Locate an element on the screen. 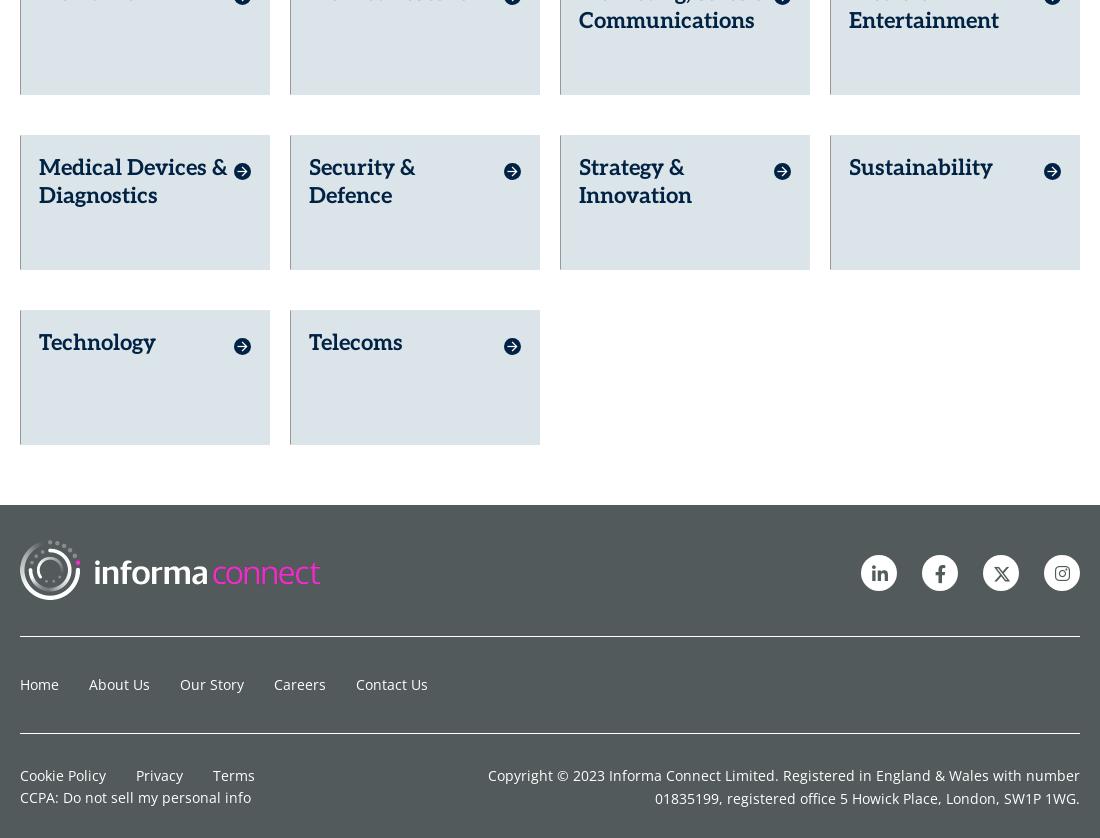 The image size is (1100, 838). 'Telecoms' is located at coordinates (355, 112).